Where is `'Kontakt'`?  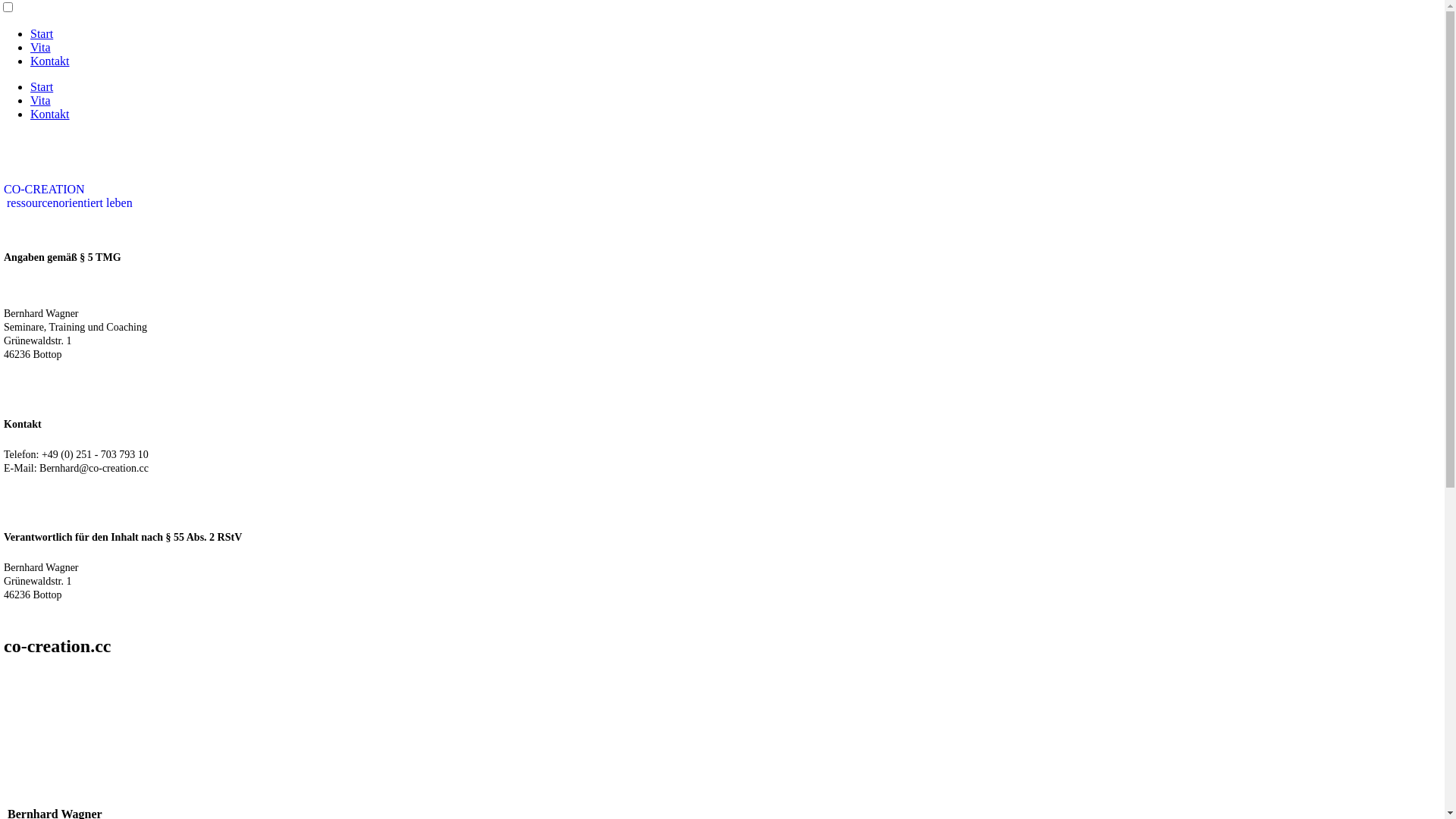 'Kontakt' is located at coordinates (50, 60).